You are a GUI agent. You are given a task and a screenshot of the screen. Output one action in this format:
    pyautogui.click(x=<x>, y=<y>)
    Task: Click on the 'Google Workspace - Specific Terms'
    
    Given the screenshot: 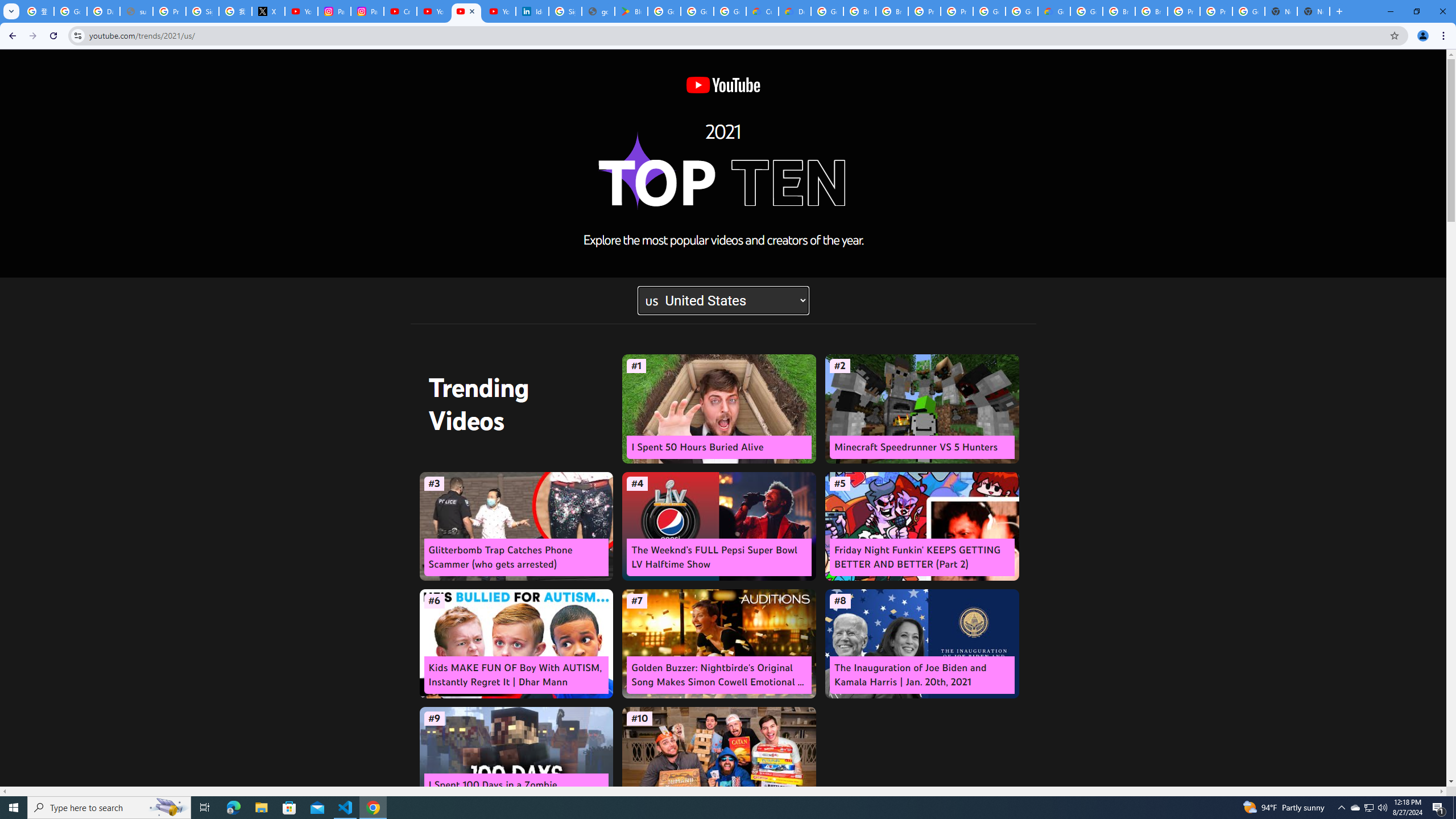 What is the action you would take?
    pyautogui.click(x=697, y=11)
    